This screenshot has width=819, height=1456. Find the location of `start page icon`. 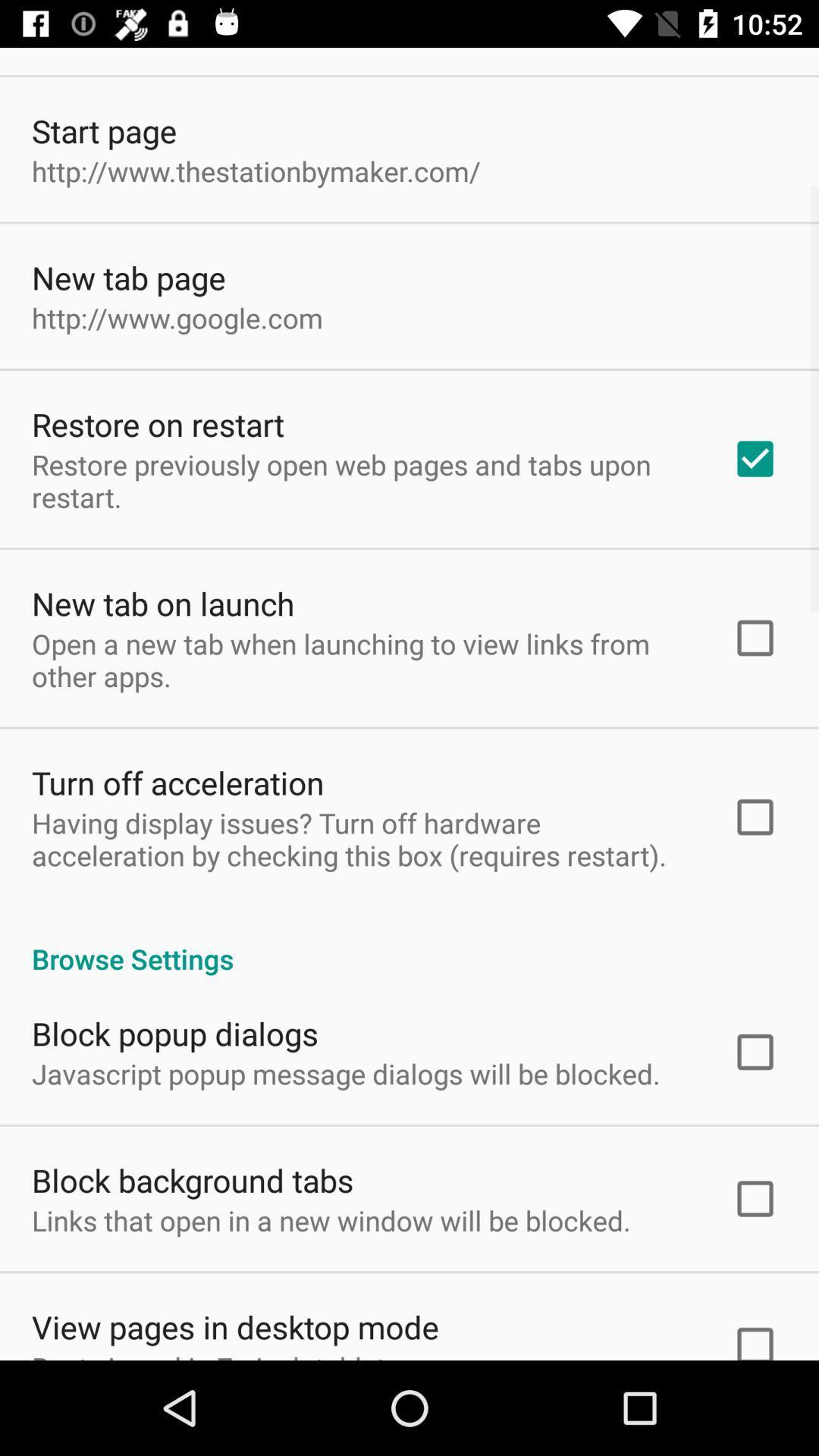

start page icon is located at coordinates (103, 130).